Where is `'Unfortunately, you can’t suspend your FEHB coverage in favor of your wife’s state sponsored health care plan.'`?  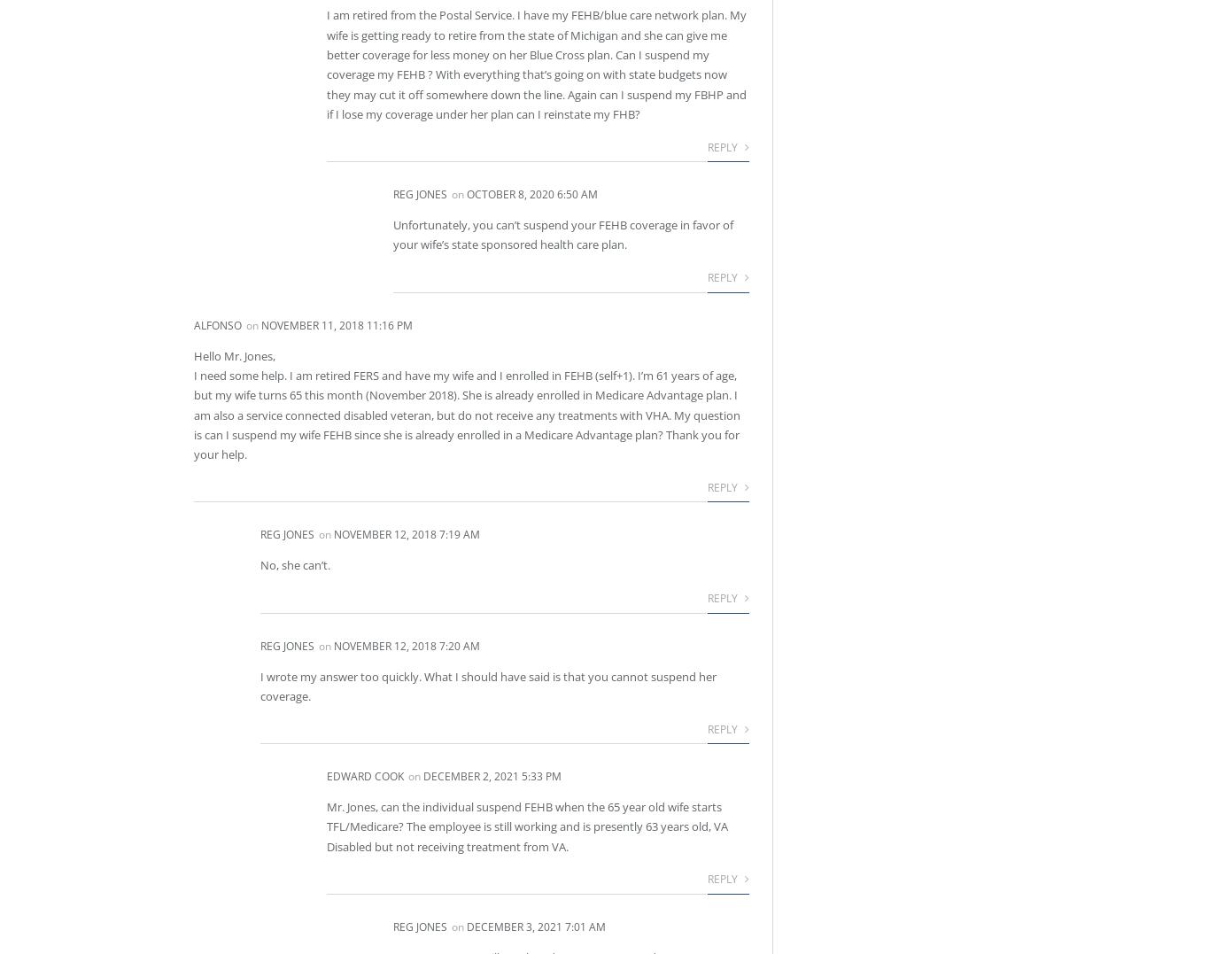 'Unfortunately, you can’t suspend your FEHB coverage in favor of your wife’s state sponsored health care plan.' is located at coordinates (562, 234).